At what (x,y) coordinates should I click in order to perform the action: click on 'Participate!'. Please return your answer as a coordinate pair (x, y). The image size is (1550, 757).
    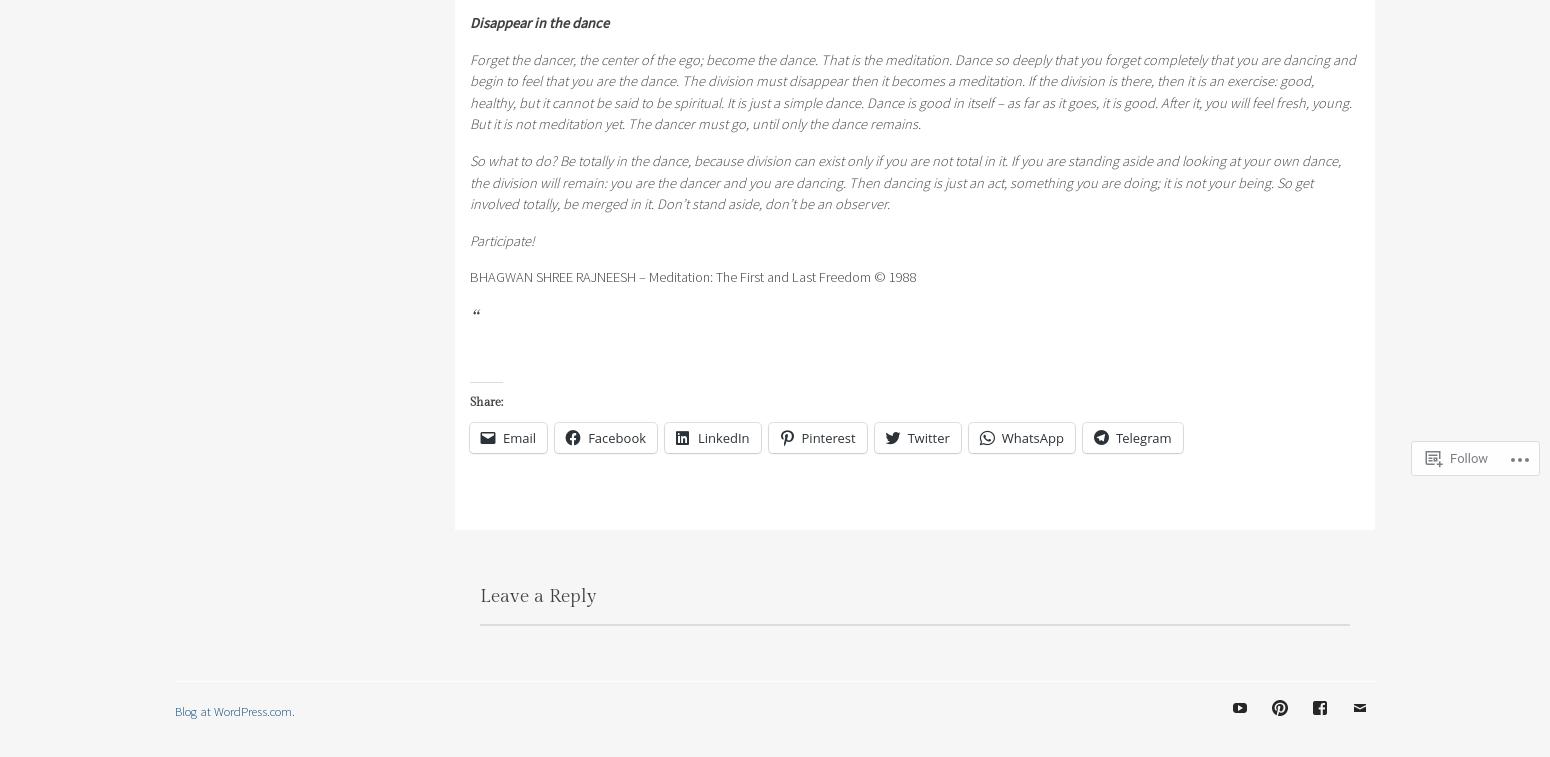
    Looking at the image, I should click on (501, 238).